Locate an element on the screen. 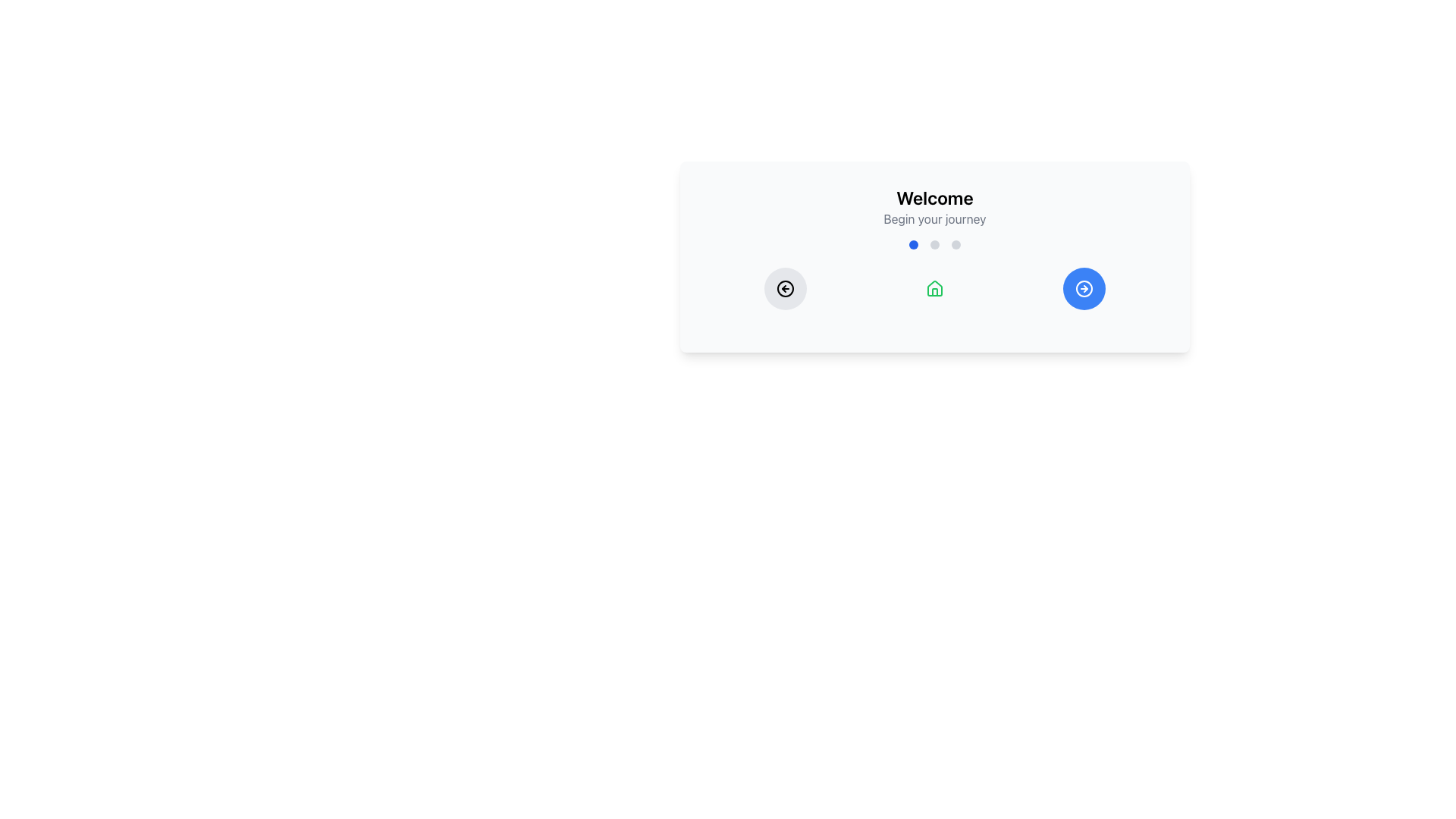  the rightmost button that navigates to the next step or page is located at coordinates (1084, 289).